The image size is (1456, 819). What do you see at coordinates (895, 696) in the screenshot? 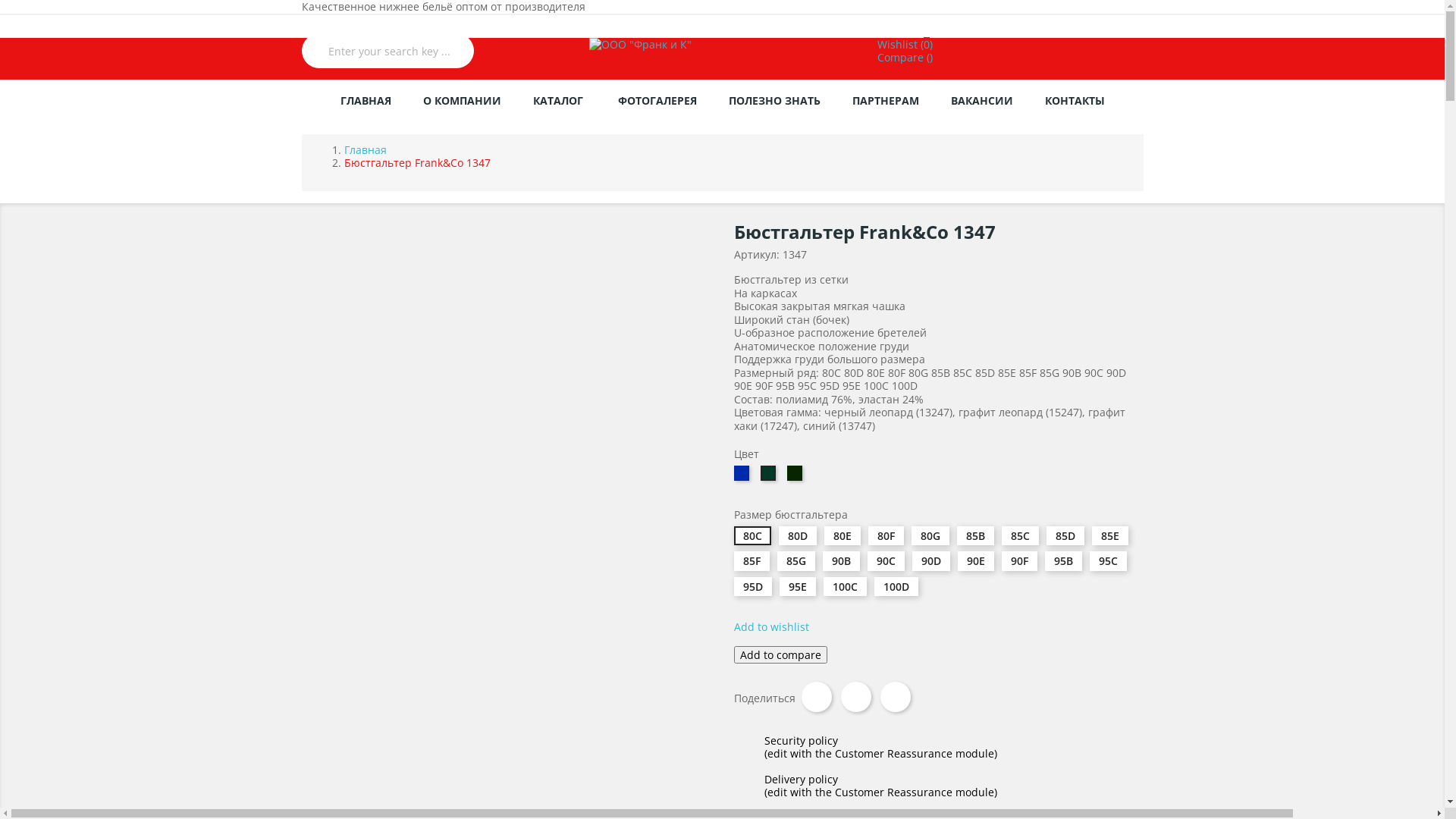
I see `'Pinterest'` at bounding box center [895, 696].